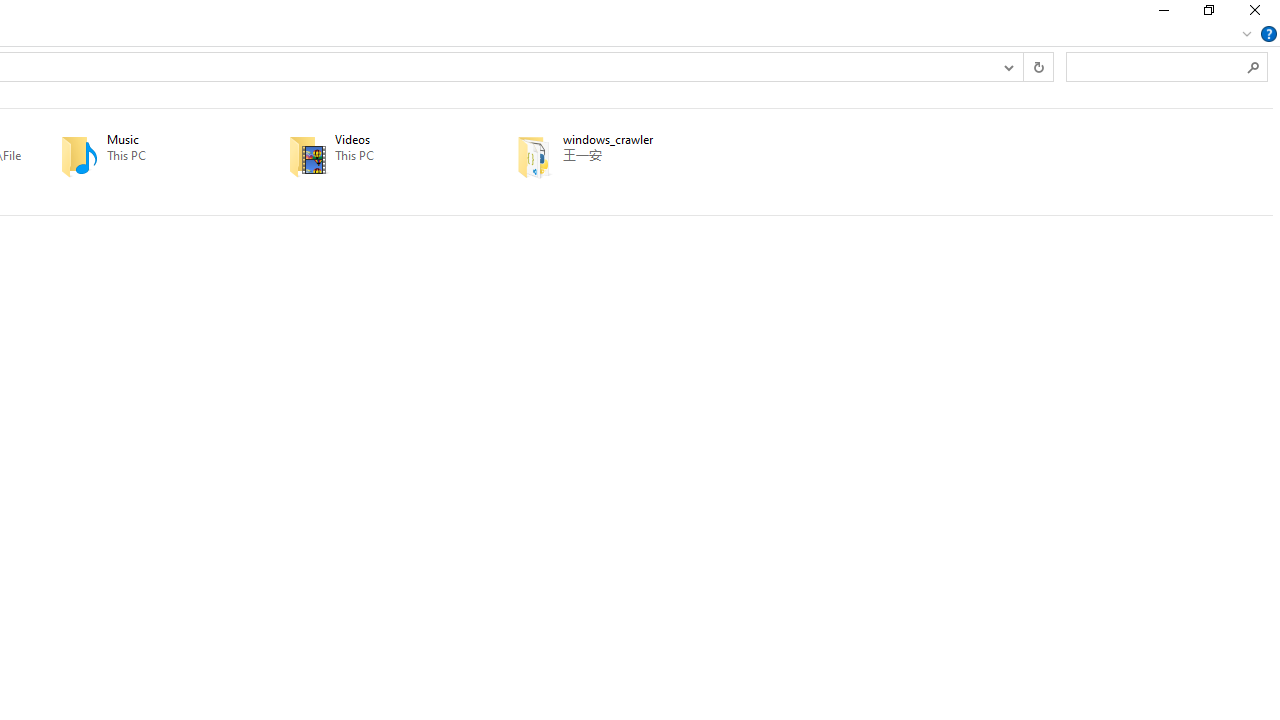  Describe the element at coordinates (1157, 65) in the screenshot. I see `'Search Box'` at that location.